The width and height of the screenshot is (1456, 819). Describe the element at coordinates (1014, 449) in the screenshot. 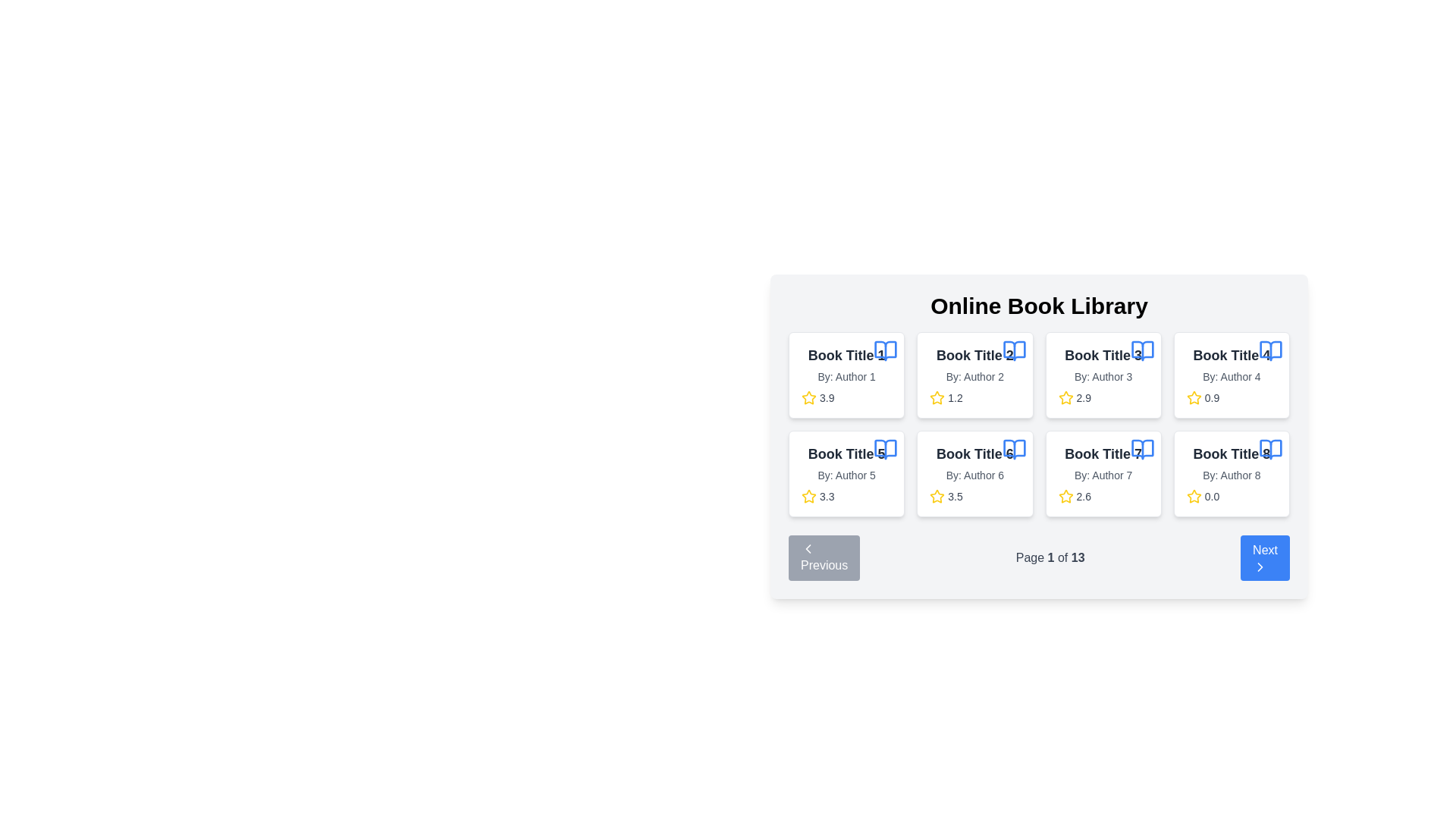

I see `the icon related to the book entry in the 'Book Title 6' card, which indicates options such as favorites or reading list` at that location.